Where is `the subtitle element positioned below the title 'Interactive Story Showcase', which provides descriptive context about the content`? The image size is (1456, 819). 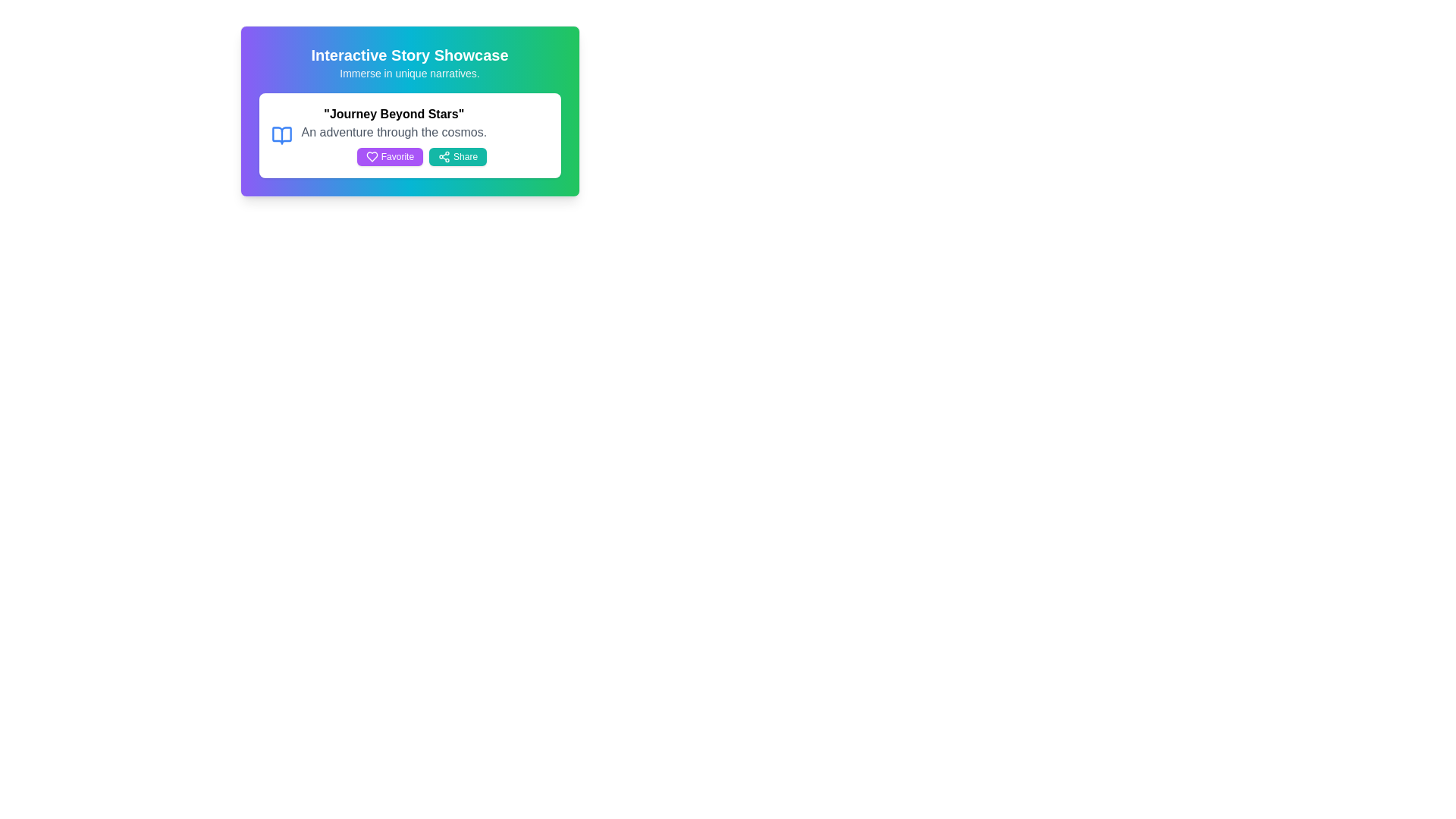
the subtitle element positioned below the title 'Interactive Story Showcase', which provides descriptive context about the content is located at coordinates (409, 73).